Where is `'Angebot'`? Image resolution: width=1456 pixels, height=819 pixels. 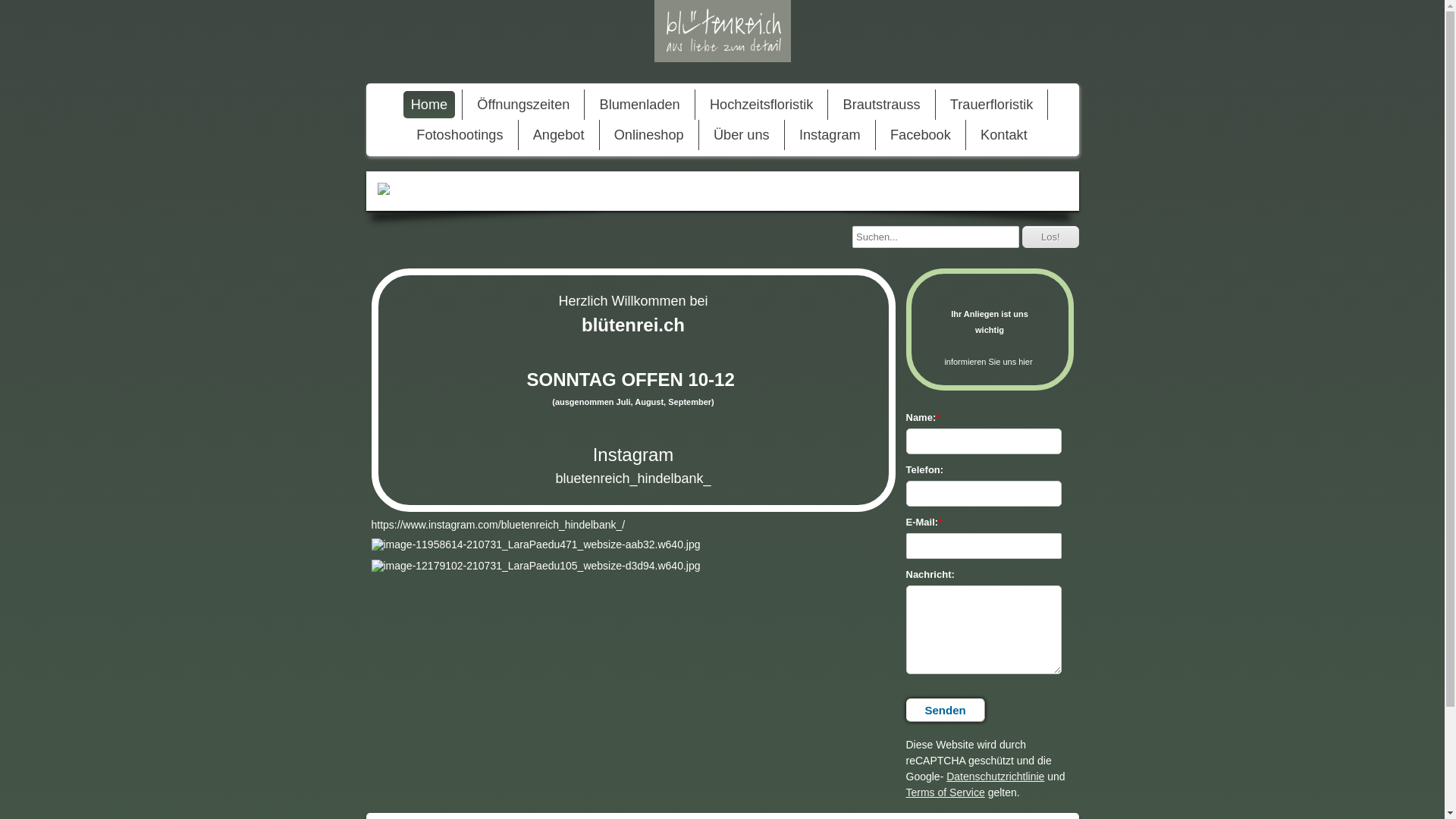 'Angebot' is located at coordinates (525, 133).